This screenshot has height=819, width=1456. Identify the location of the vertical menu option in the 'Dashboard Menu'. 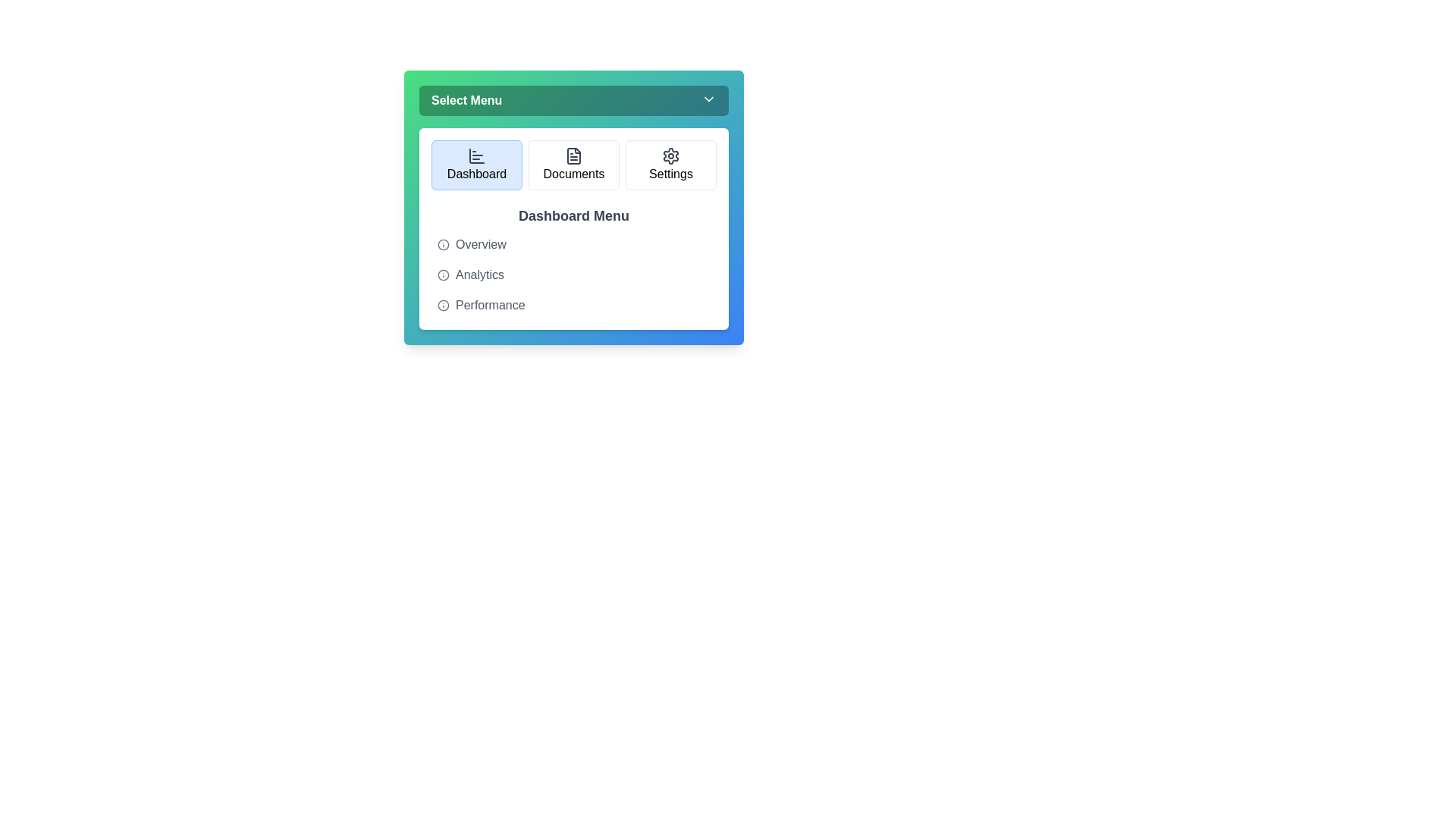
(573, 275).